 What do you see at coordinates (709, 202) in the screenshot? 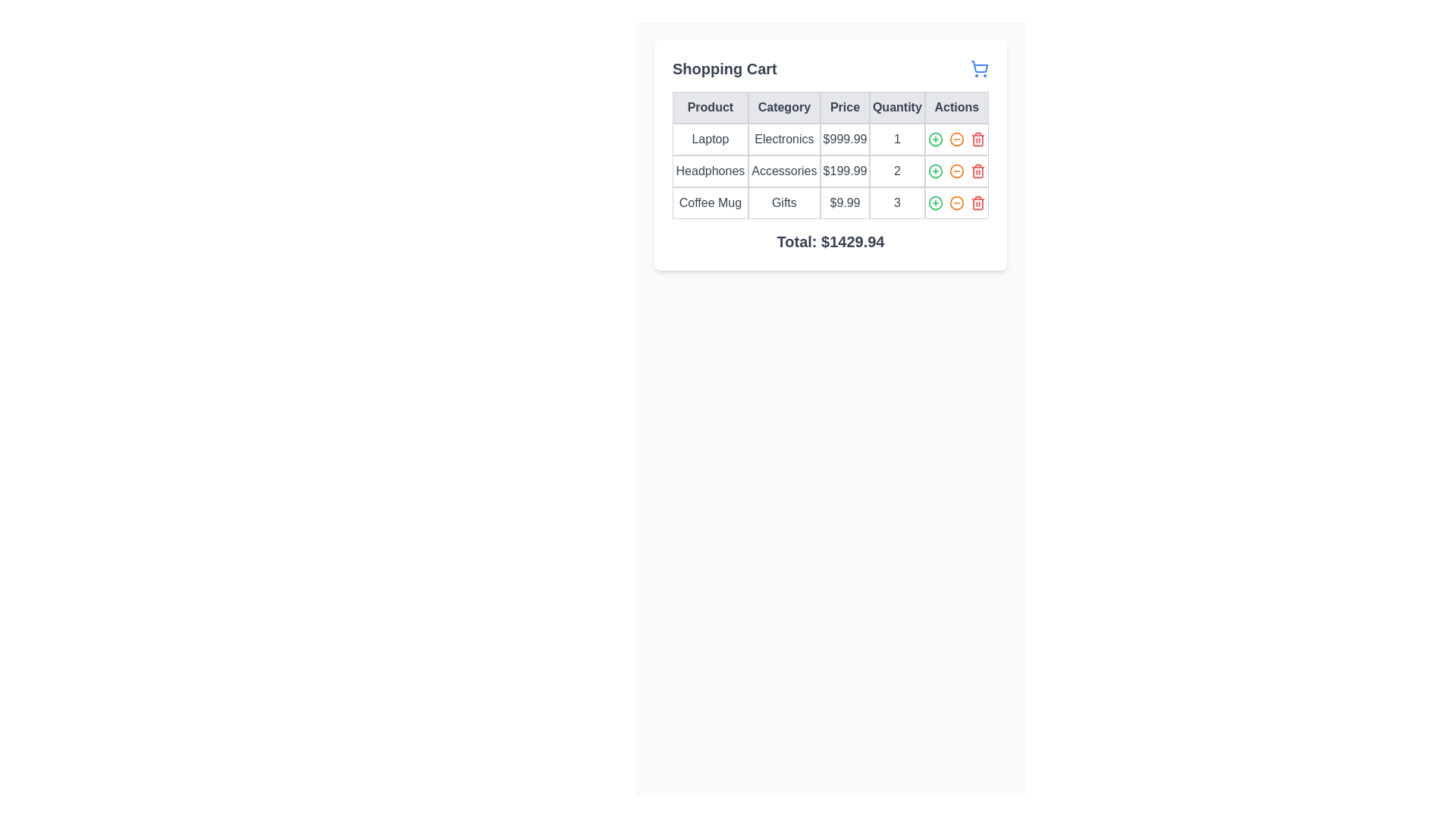
I see `the Static Text Label displaying 'Coffee Mug' in the first column of the third row in the shopping cart table` at bounding box center [709, 202].